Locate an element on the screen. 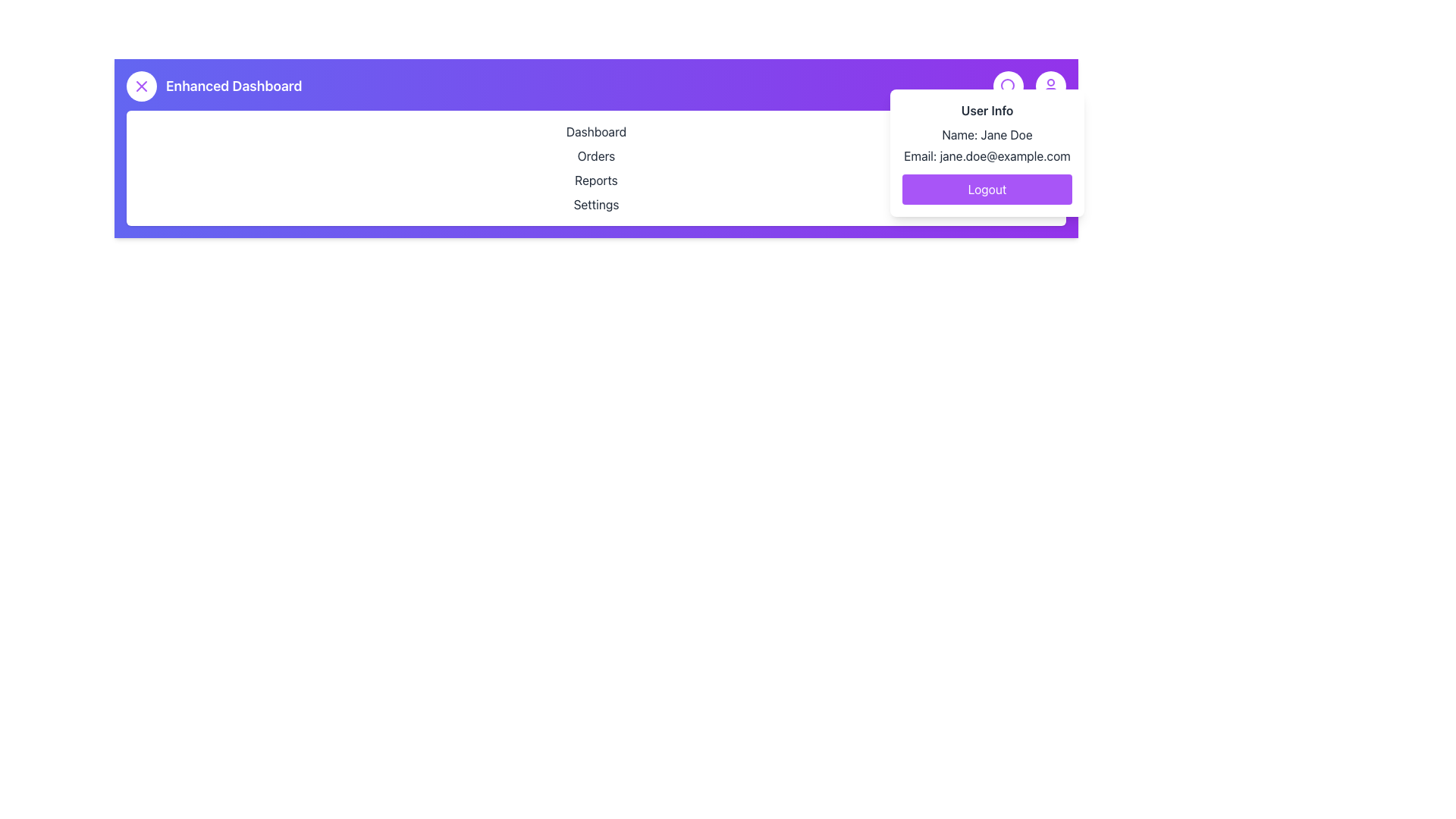 The image size is (1456, 819). the diagonal cross icon in the top right corner of the interface is located at coordinates (142, 86).